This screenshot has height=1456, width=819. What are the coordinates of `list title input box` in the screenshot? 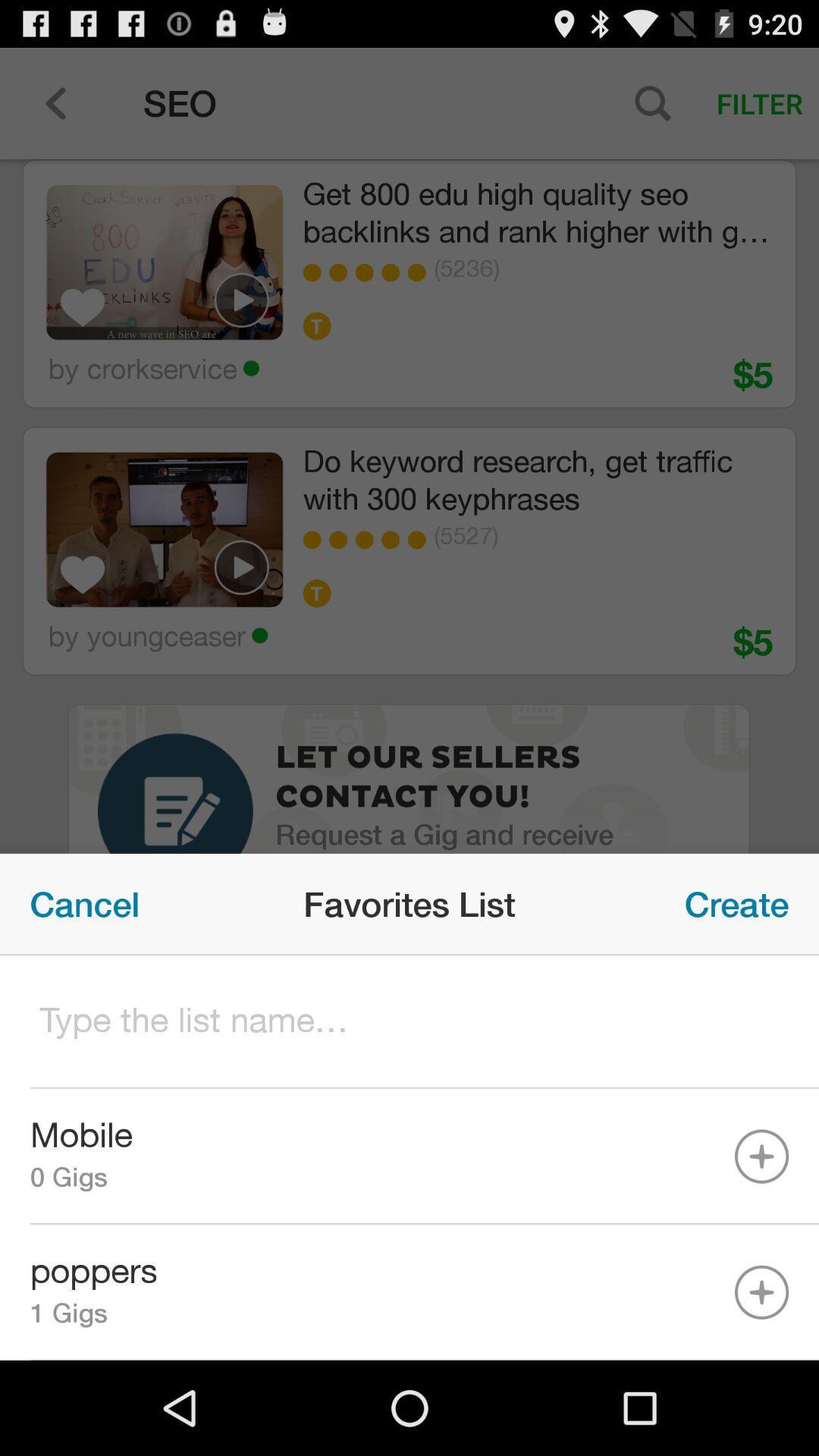 It's located at (409, 1021).